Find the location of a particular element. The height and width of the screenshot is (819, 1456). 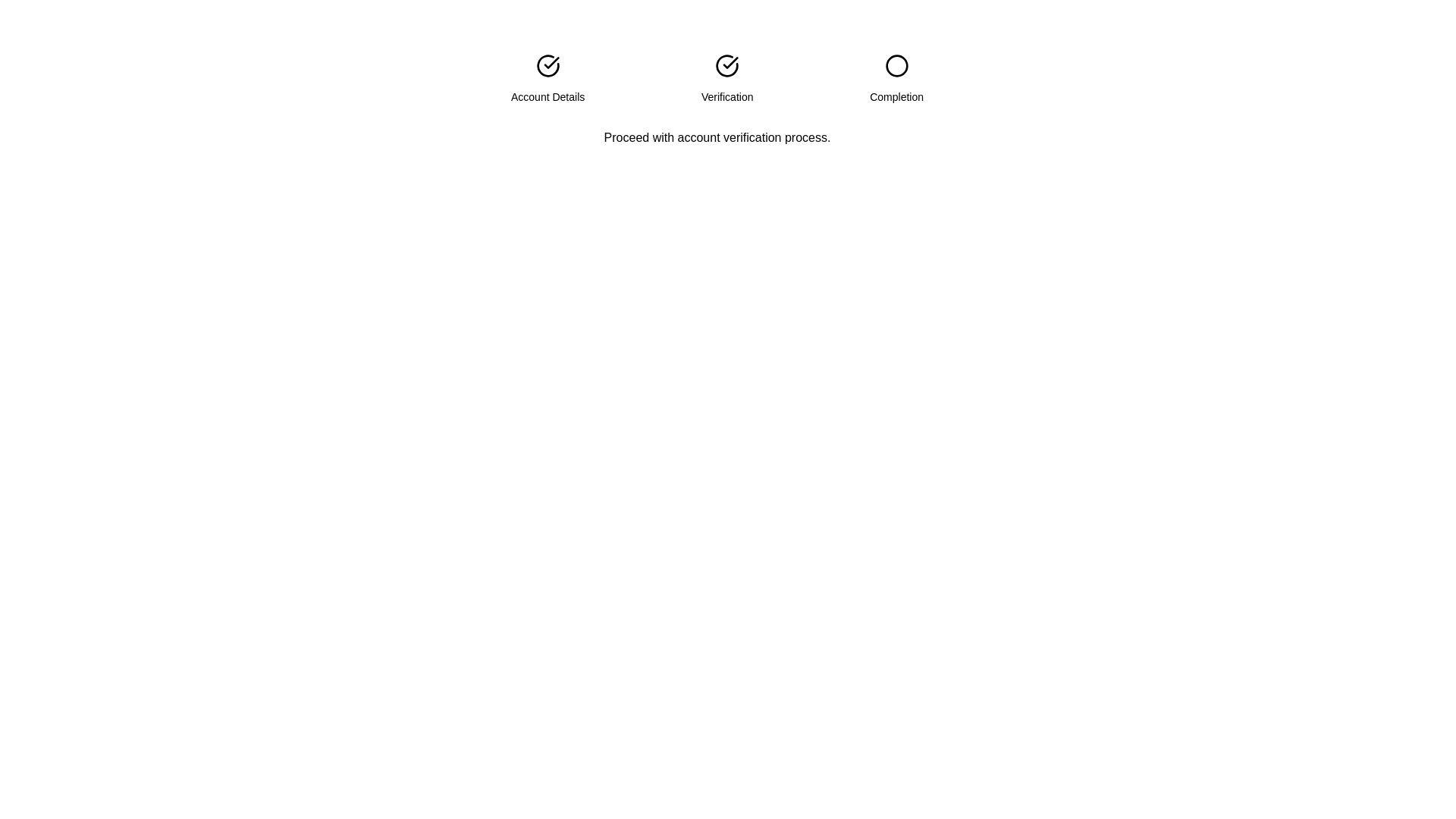

the 'Verification' step indicator in the multi-step indicator, which is the second element in a horizontal layout is located at coordinates (726, 79).